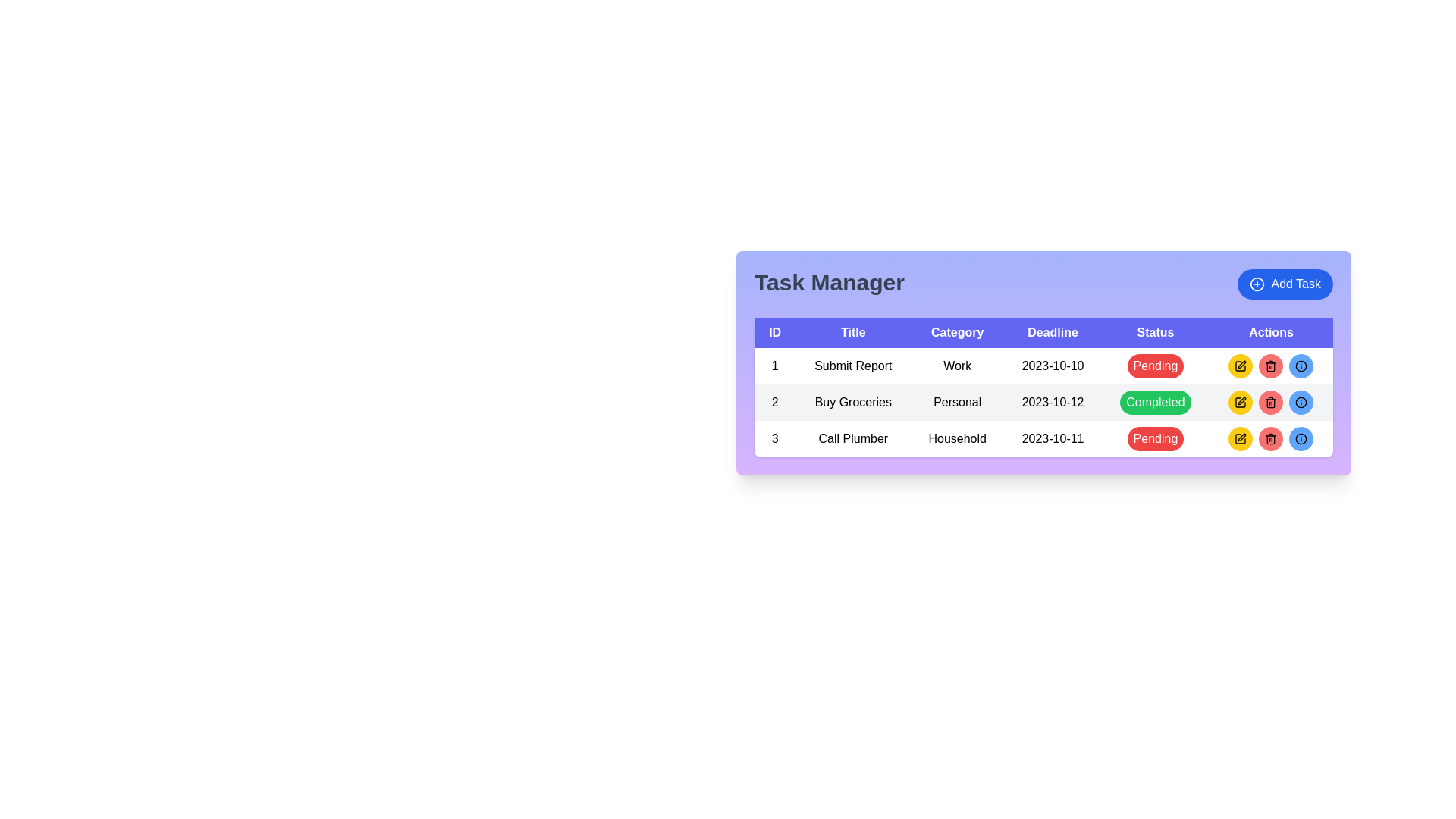 The image size is (1456, 819). I want to click on the first cell in the first data row of the table, which contains the value '1', so click(775, 366).